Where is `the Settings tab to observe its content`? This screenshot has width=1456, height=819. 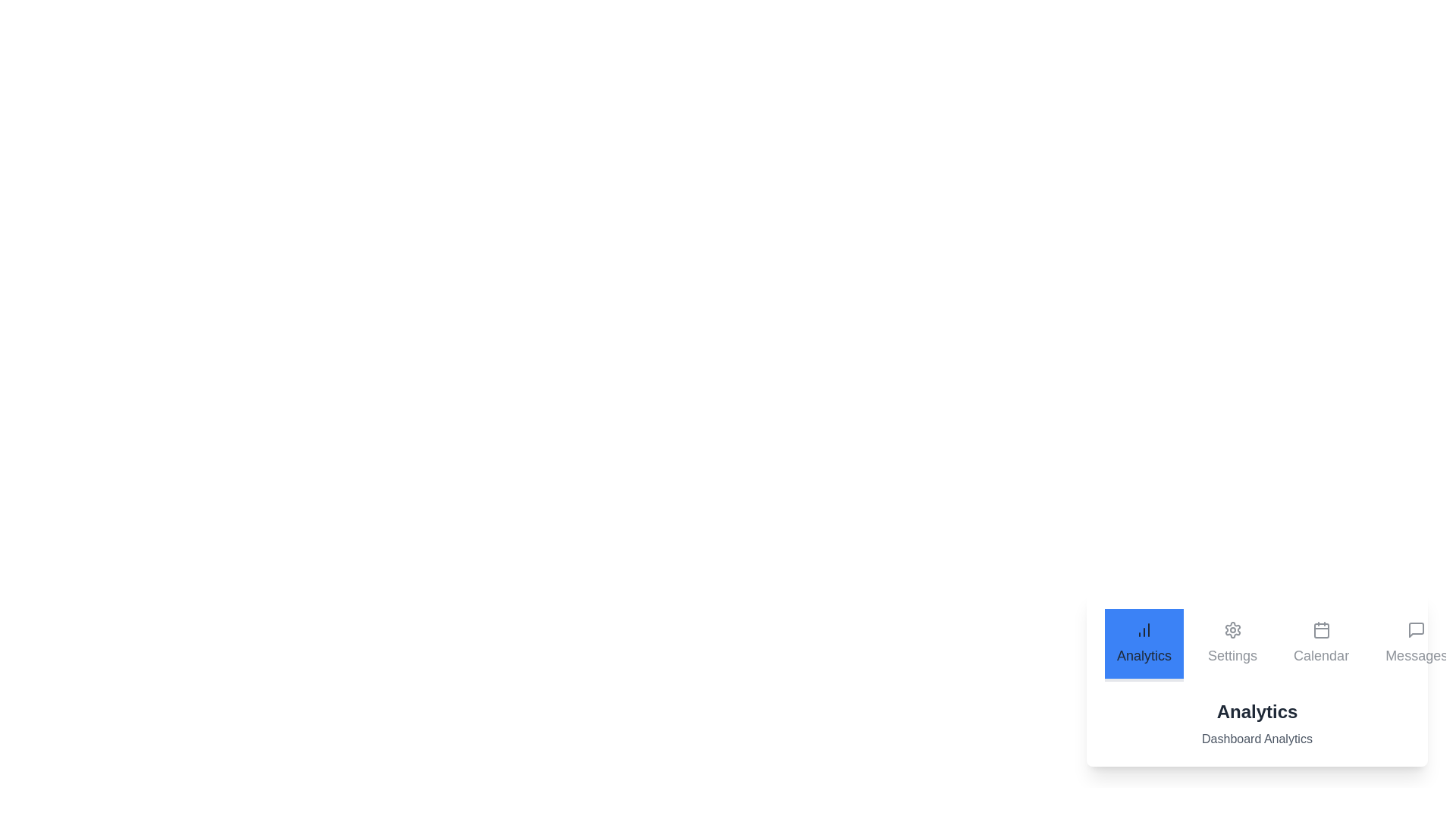 the Settings tab to observe its content is located at coordinates (1232, 645).